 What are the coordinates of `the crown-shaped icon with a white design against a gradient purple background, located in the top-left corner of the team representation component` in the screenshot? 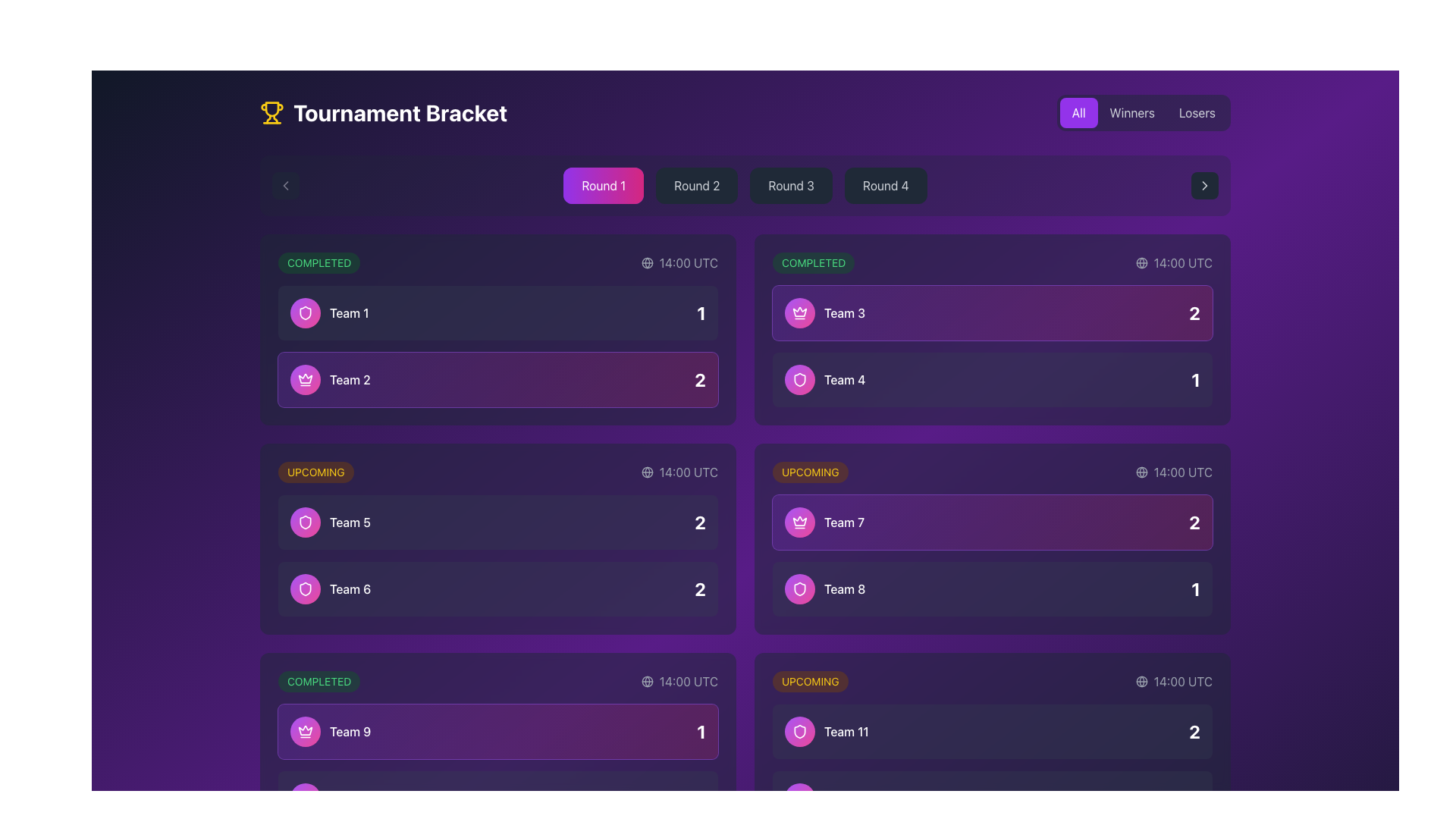 It's located at (799, 312).